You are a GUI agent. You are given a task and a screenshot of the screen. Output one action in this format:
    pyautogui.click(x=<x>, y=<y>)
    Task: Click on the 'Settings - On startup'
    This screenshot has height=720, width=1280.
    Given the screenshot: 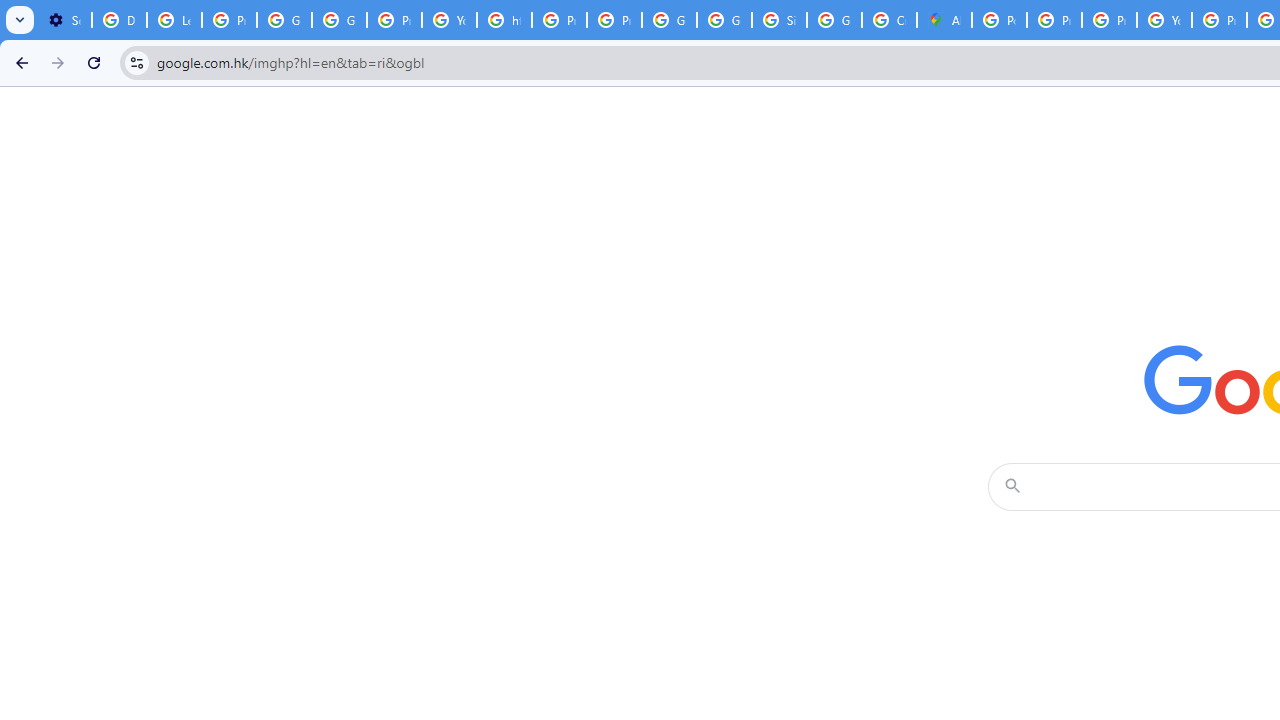 What is the action you would take?
    pyautogui.click(x=64, y=20)
    